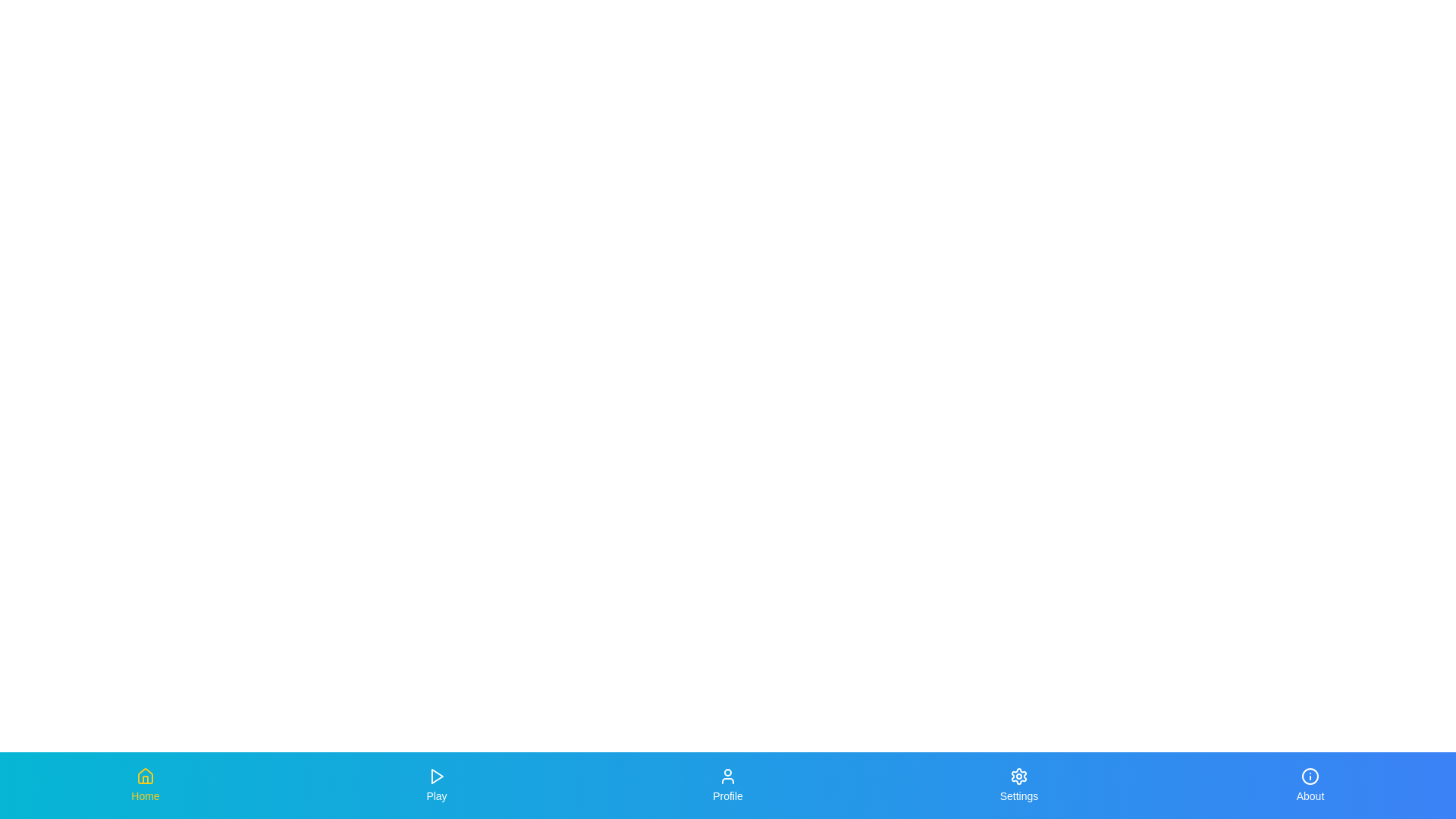  Describe the element at coordinates (1310, 785) in the screenshot. I see `the tab labeled 'About'` at that location.